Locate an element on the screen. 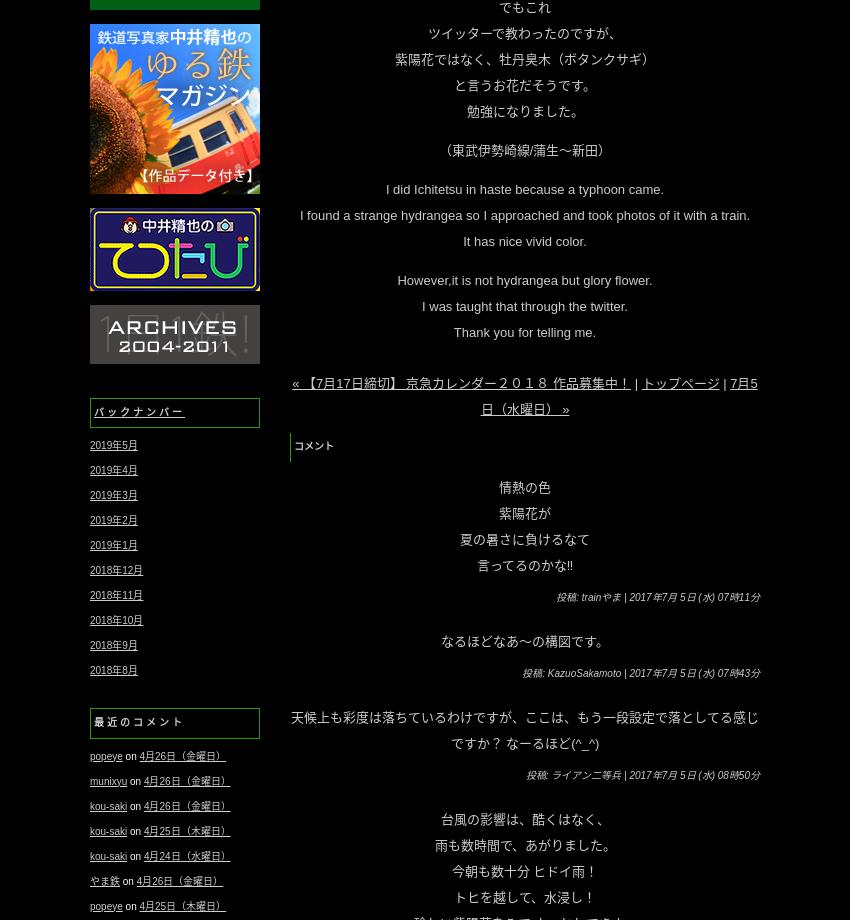  '（東武伊勢崎線/蒲生〜新田）' is located at coordinates (523, 149).